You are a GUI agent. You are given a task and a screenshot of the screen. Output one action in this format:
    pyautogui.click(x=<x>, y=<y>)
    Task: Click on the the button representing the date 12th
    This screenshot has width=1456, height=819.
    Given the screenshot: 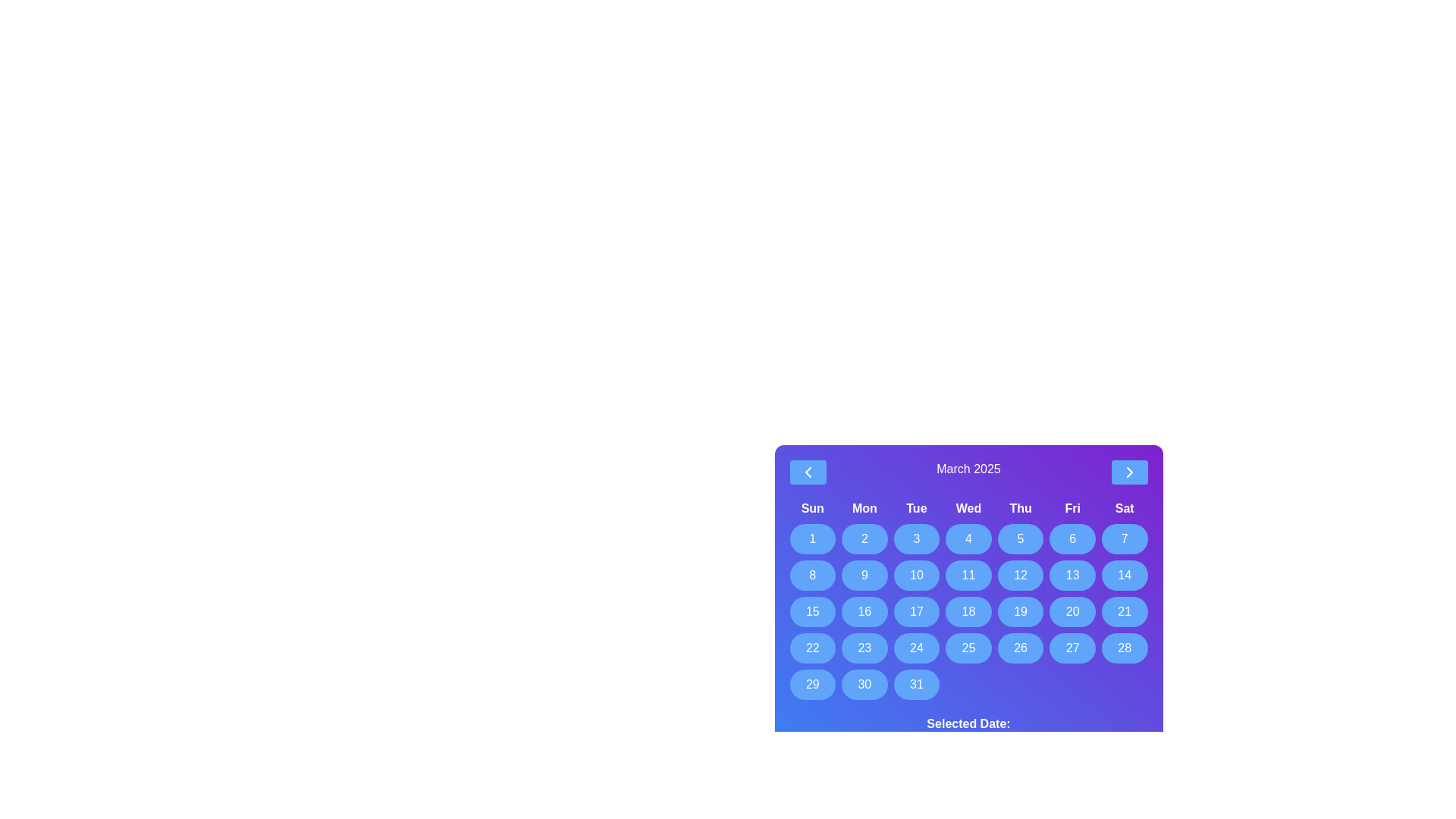 What is the action you would take?
    pyautogui.click(x=1021, y=576)
    